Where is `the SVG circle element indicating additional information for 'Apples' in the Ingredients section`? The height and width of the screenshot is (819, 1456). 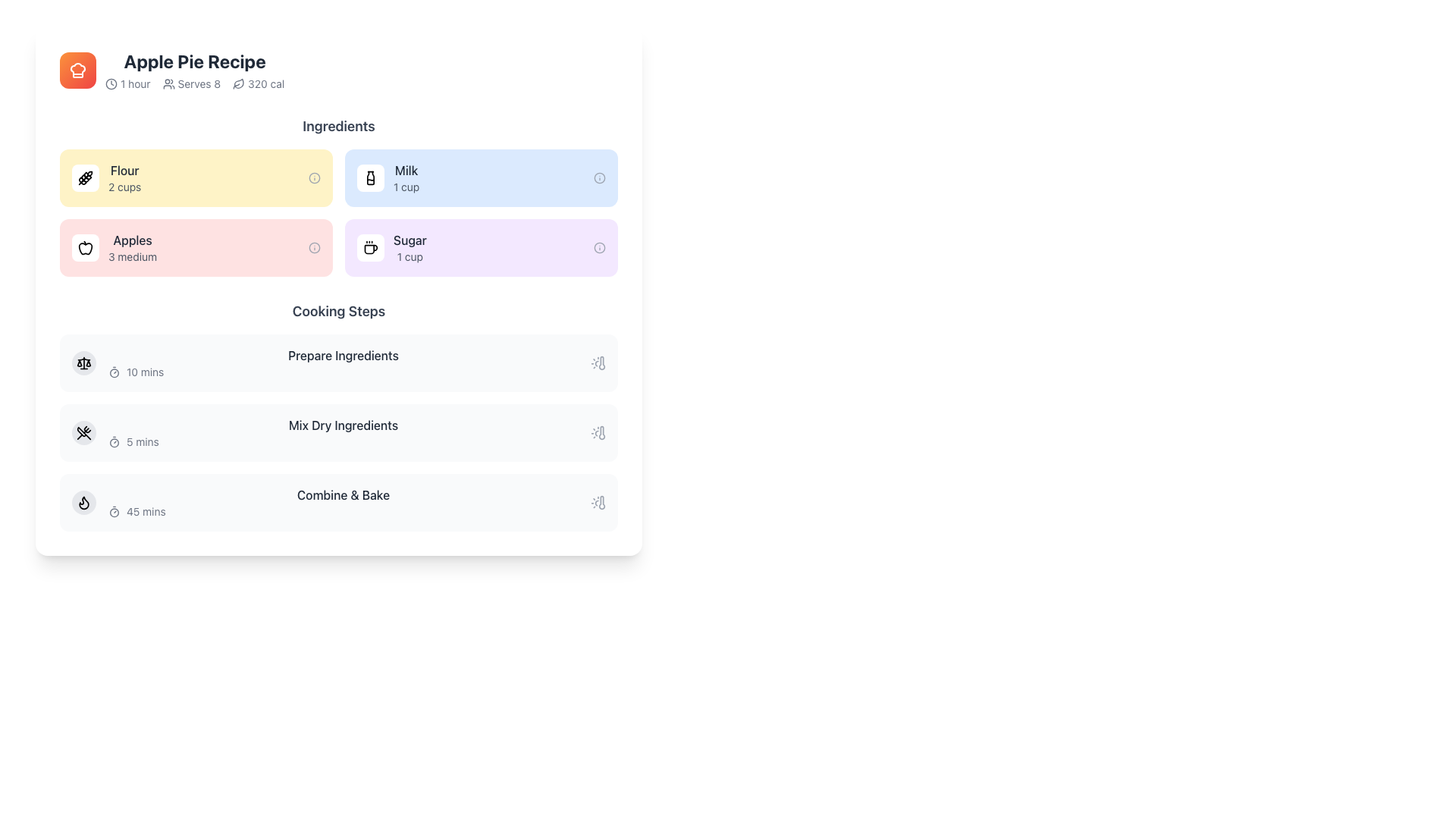
the SVG circle element indicating additional information for 'Apples' in the Ingredients section is located at coordinates (313, 247).